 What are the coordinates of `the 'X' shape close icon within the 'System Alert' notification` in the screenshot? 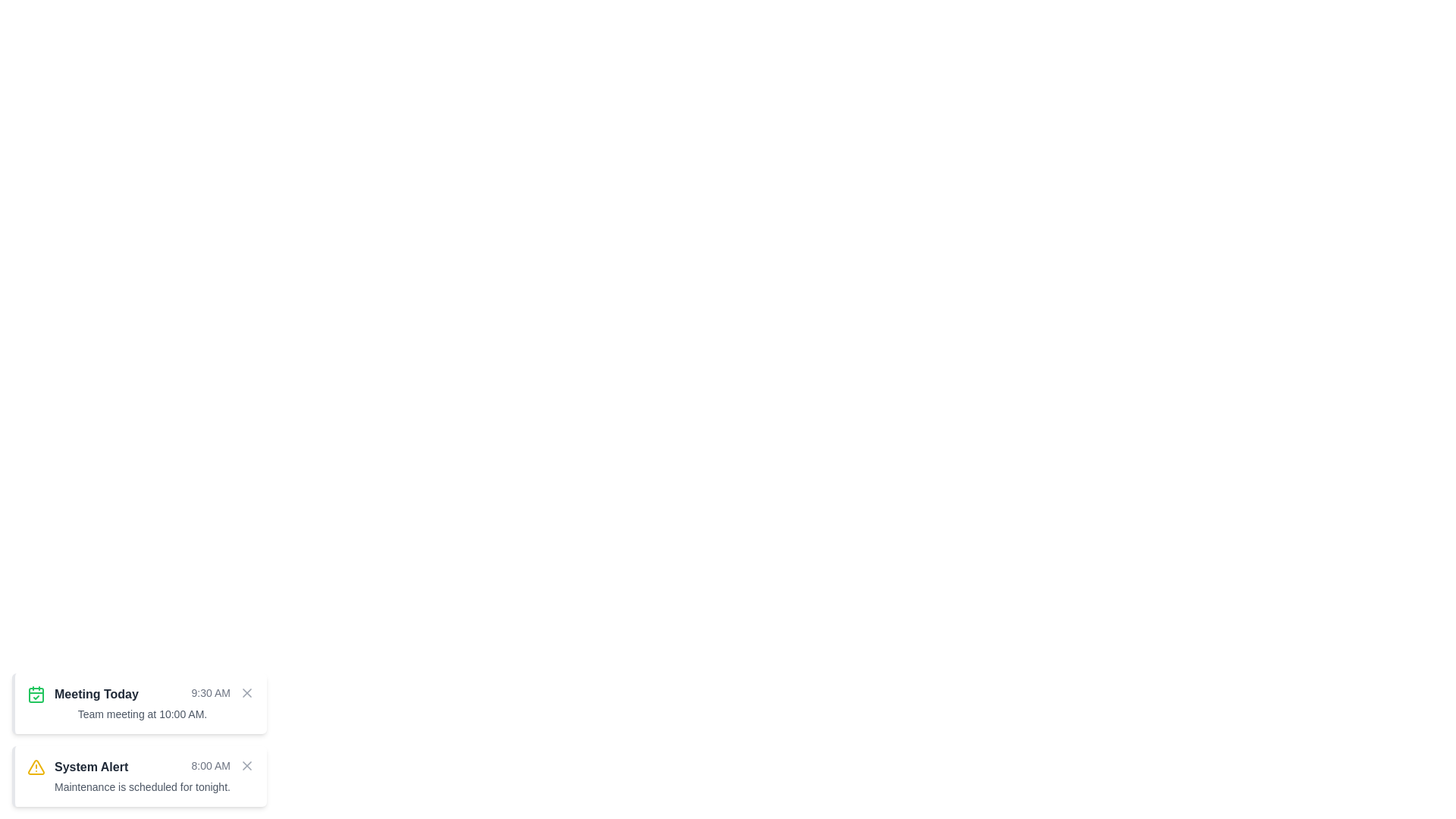 It's located at (247, 766).